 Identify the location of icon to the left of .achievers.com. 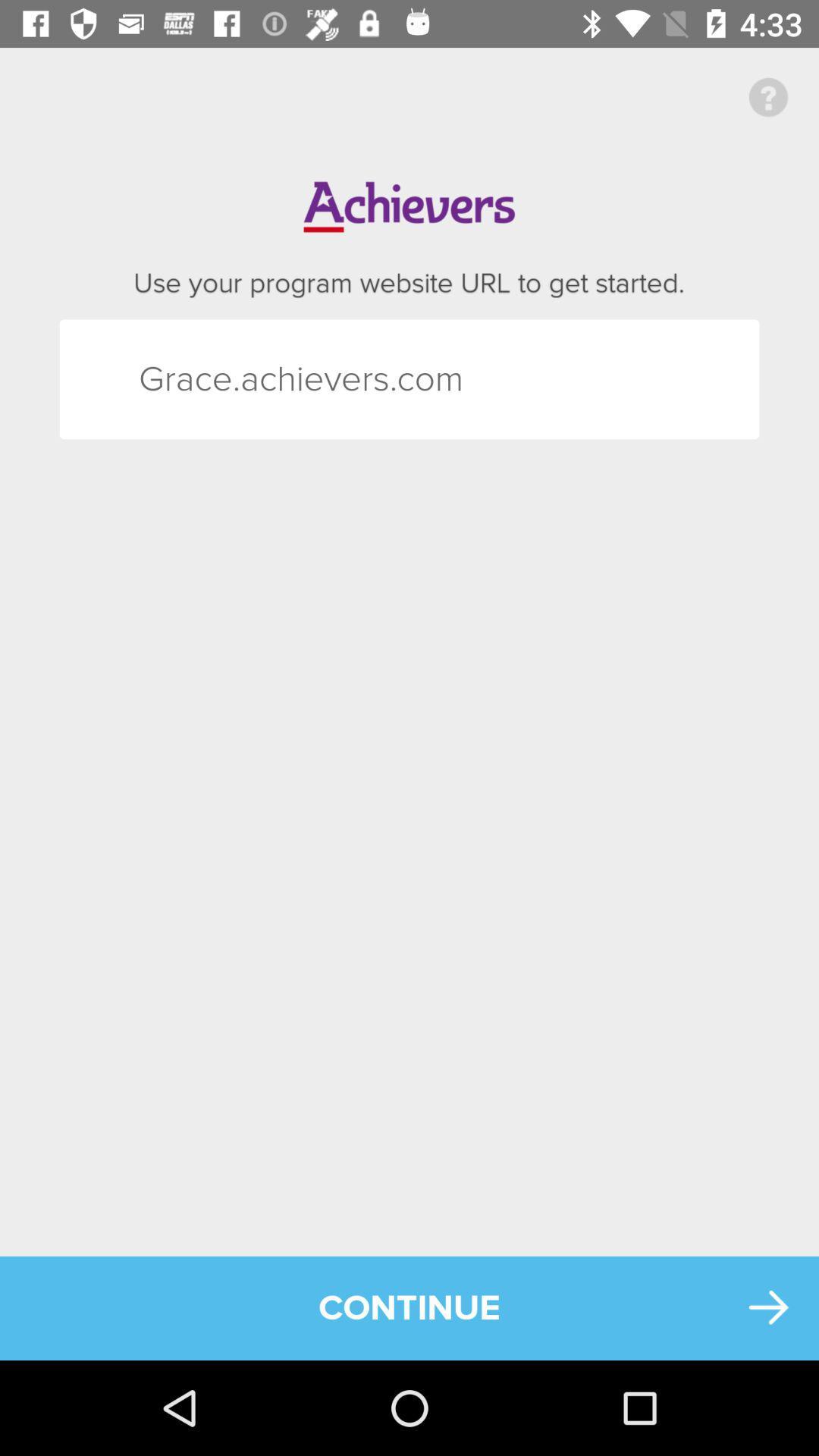
(166, 379).